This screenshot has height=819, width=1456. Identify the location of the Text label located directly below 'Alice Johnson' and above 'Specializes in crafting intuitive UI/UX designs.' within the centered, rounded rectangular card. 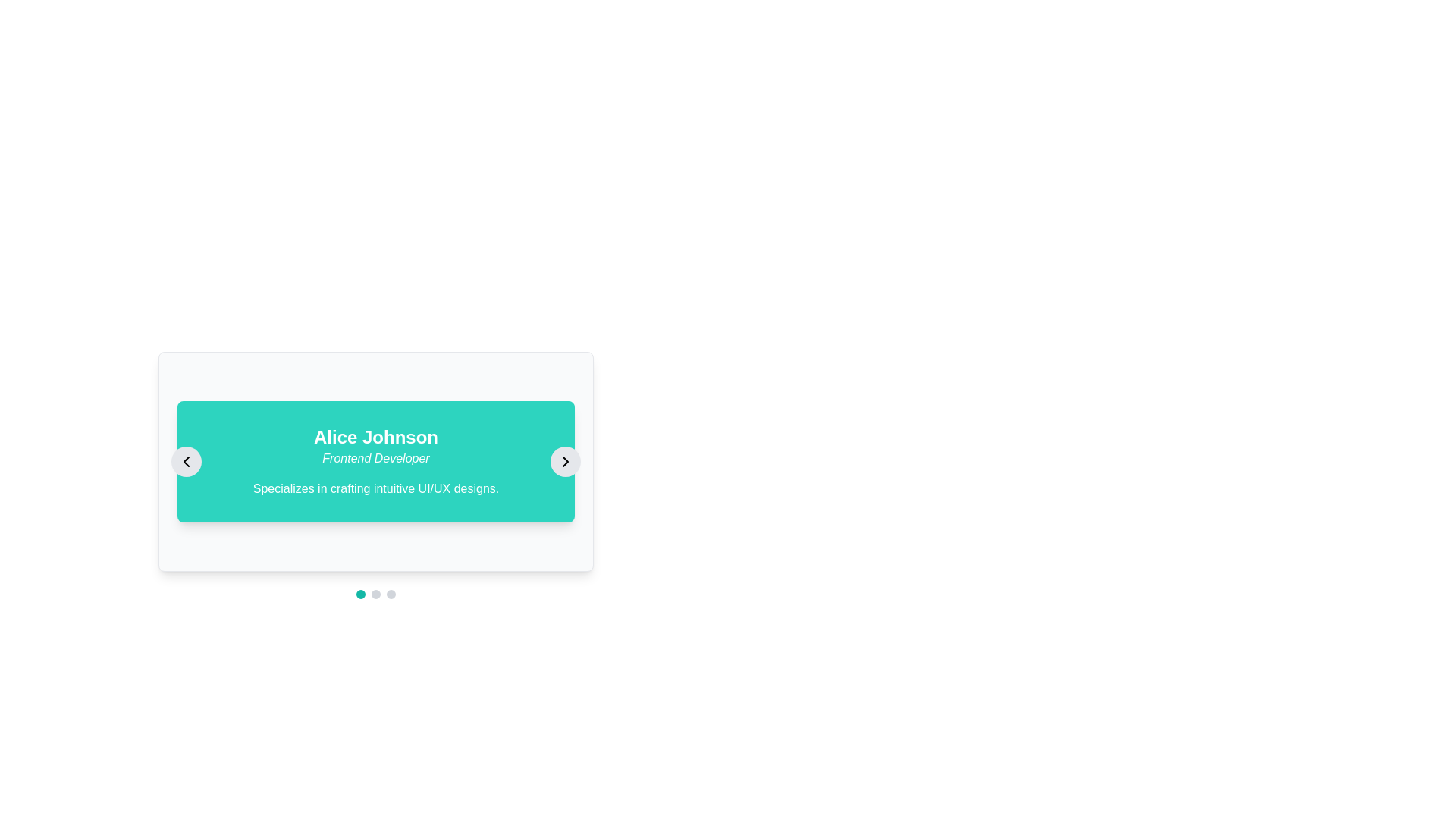
(375, 458).